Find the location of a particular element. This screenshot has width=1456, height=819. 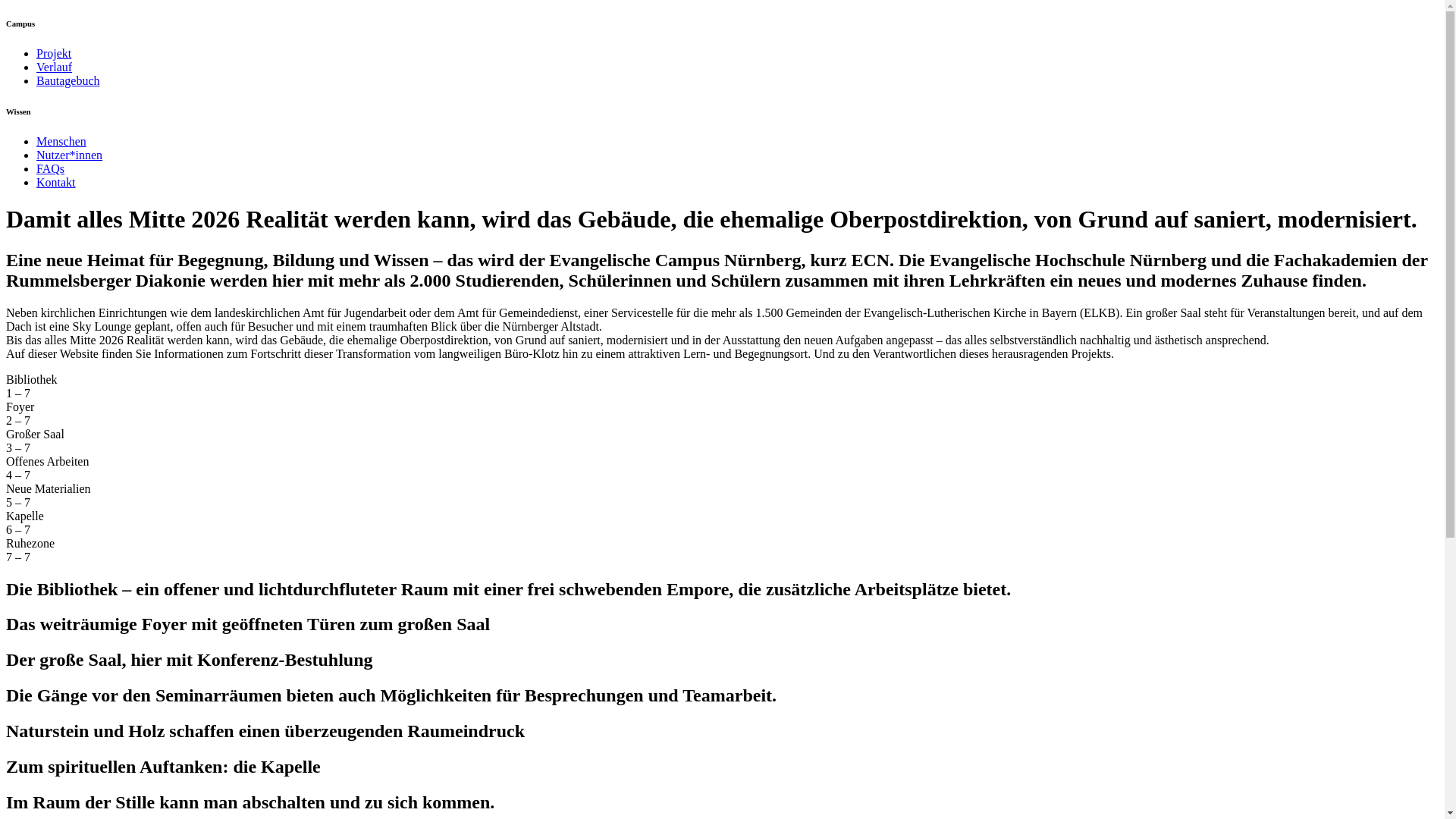

'Kontakt' is located at coordinates (55, 181).